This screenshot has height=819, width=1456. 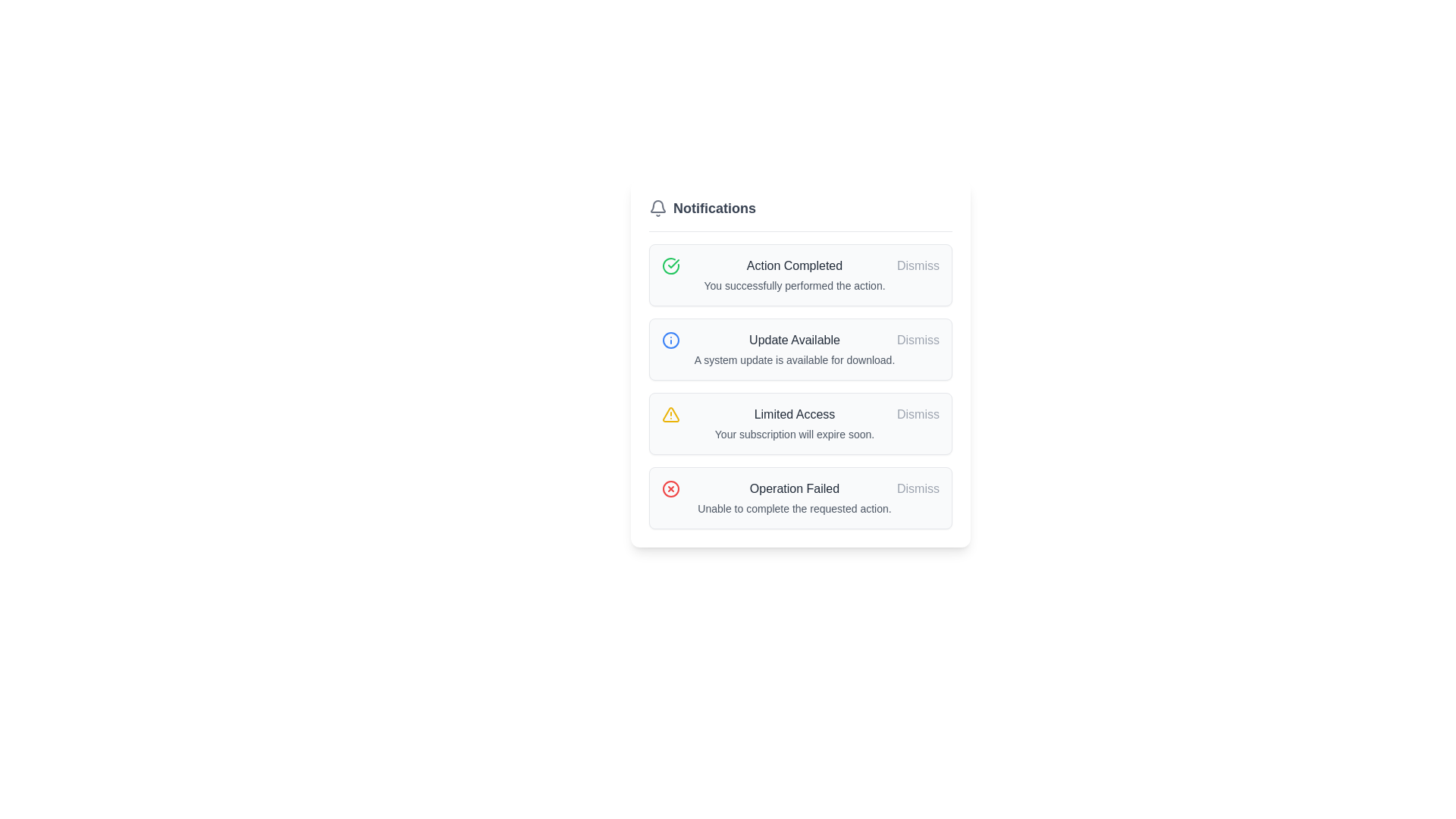 I want to click on the red circular icon with an 'X' symbol, which indicates an error, located in the notification box labeled 'Operation Failed', so click(x=670, y=488).